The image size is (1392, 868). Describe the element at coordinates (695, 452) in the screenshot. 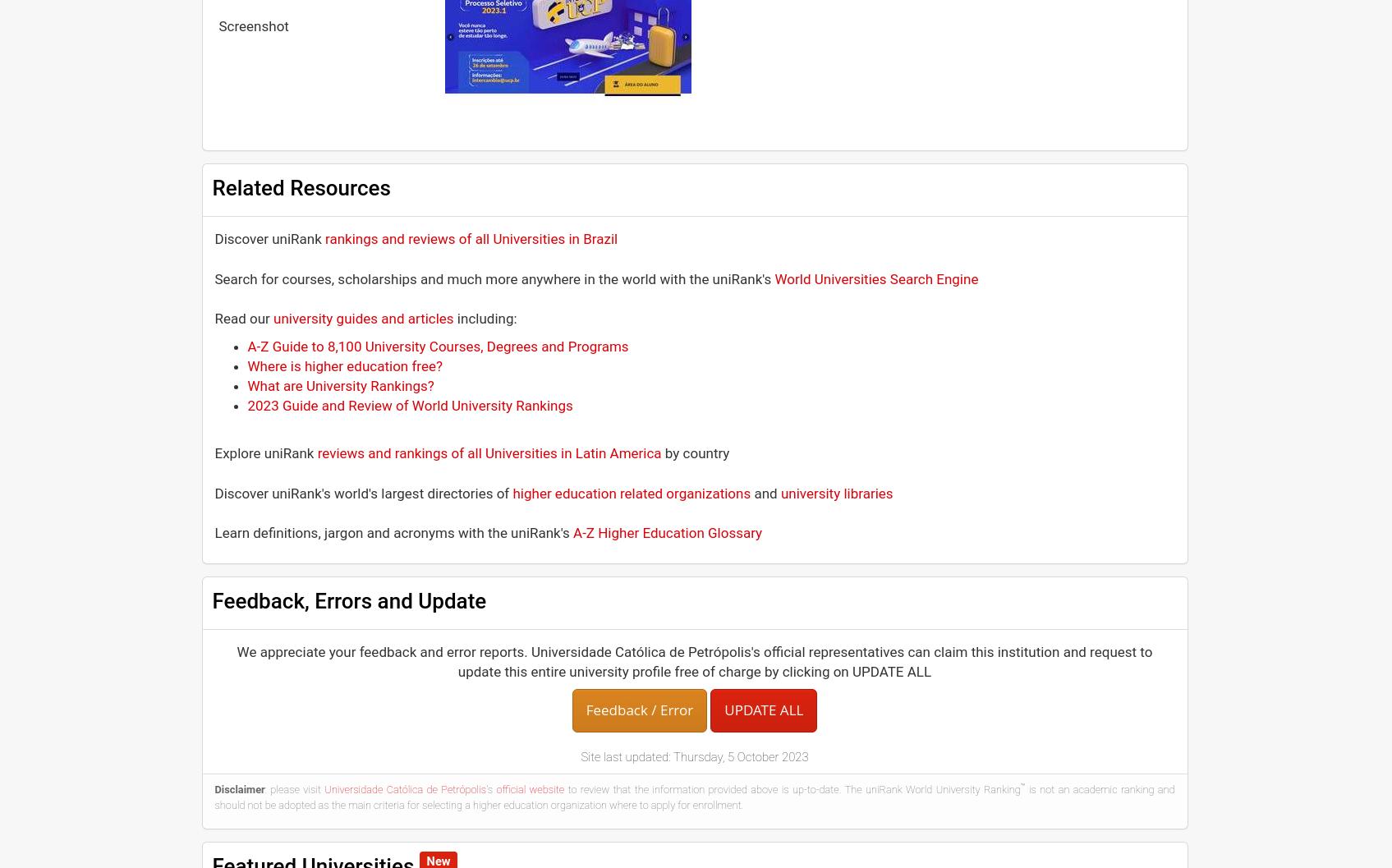

I see `'by country'` at that location.